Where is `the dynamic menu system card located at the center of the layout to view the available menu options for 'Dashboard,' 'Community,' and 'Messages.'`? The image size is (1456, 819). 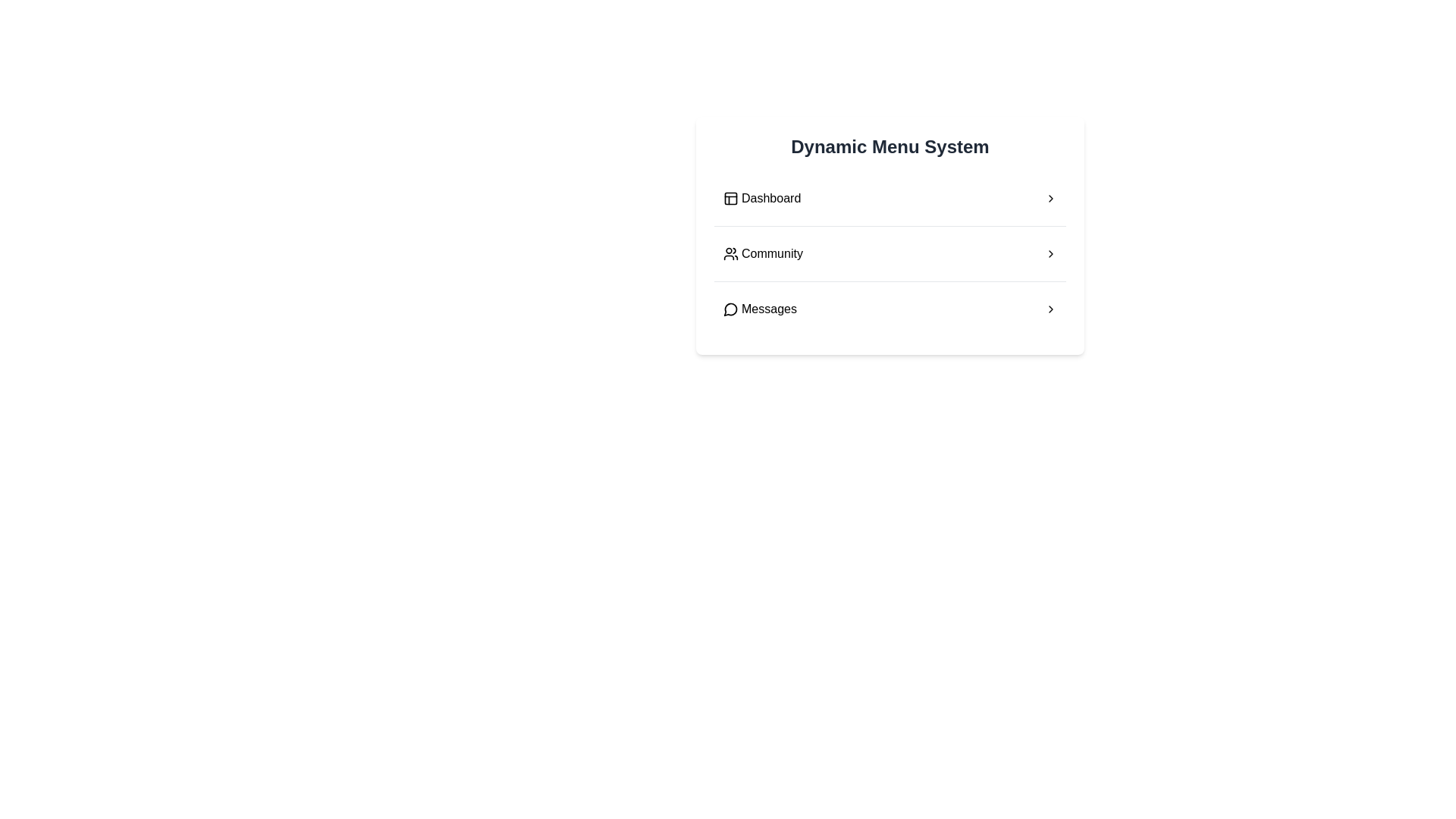
the dynamic menu system card located at the center of the layout to view the available menu options for 'Dashboard,' 'Community,' and 'Messages.' is located at coordinates (890, 236).